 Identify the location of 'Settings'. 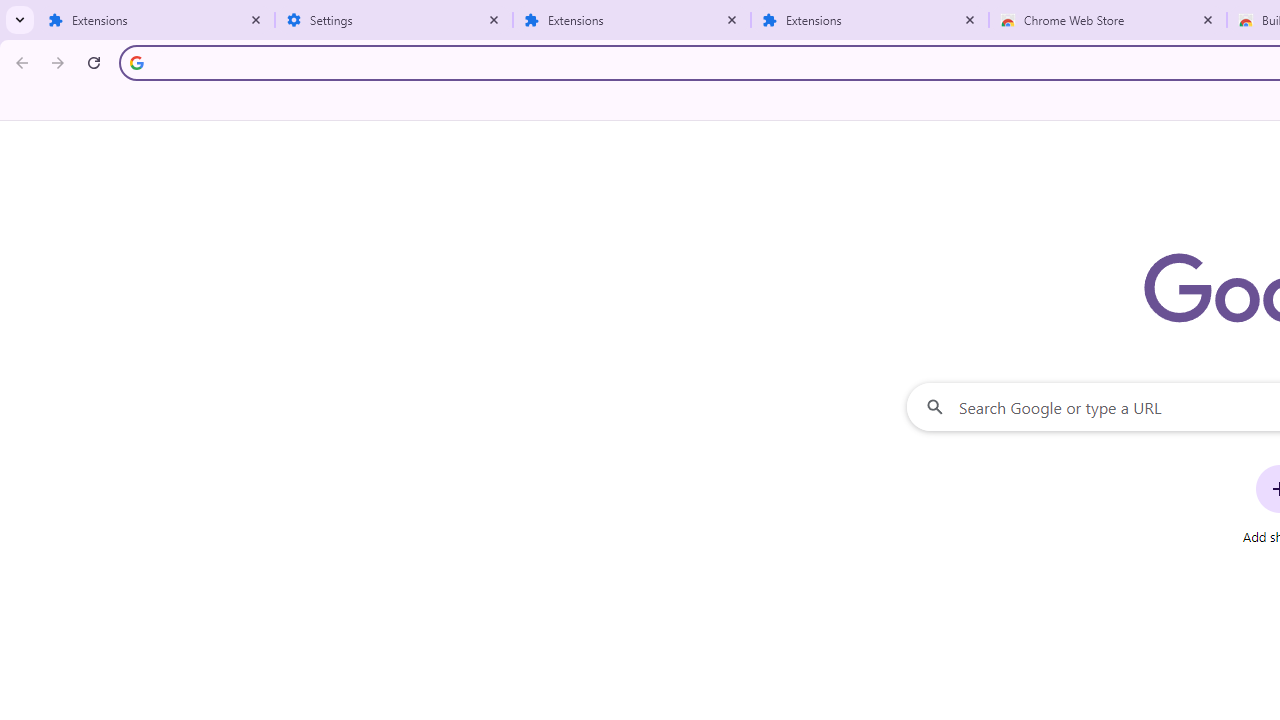
(394, 20).